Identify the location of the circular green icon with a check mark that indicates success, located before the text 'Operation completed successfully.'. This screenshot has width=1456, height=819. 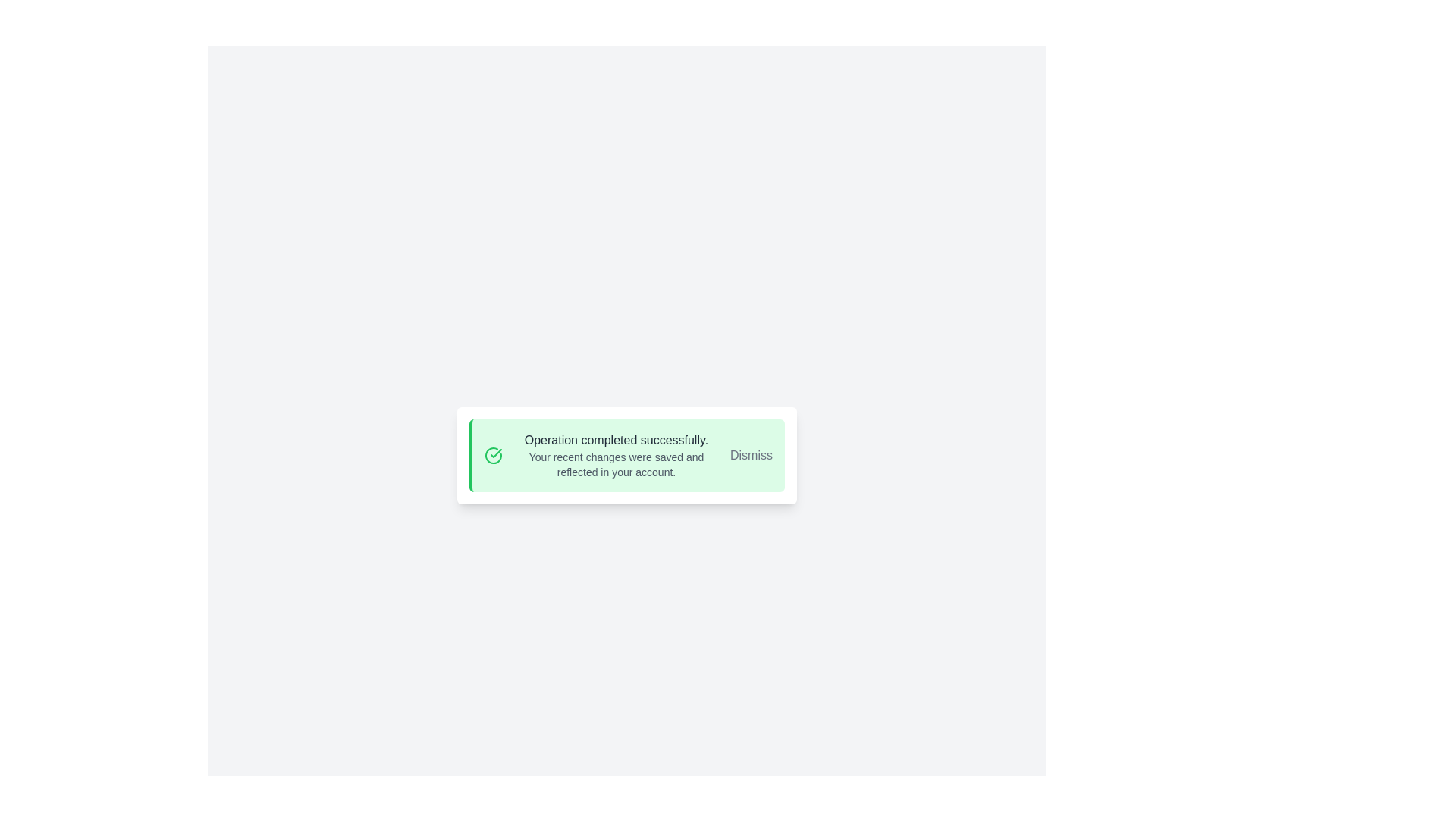
(494, 454).